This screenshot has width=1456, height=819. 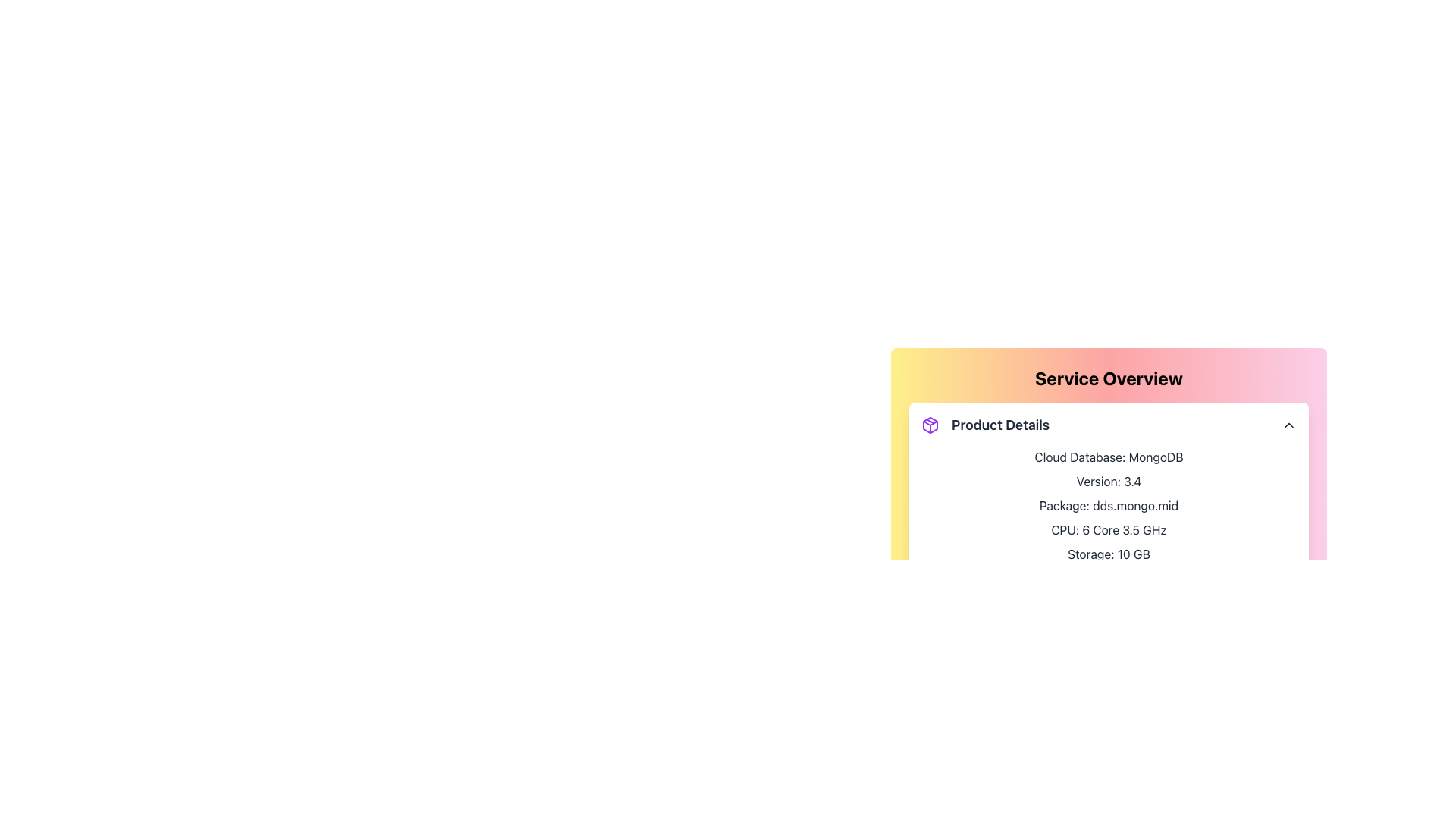 I want to click on the text label 'Product Details', which is styled in bold font and located to the right of a purple package icon within the 'Service Overview' section, so click(x=1000, y=425).